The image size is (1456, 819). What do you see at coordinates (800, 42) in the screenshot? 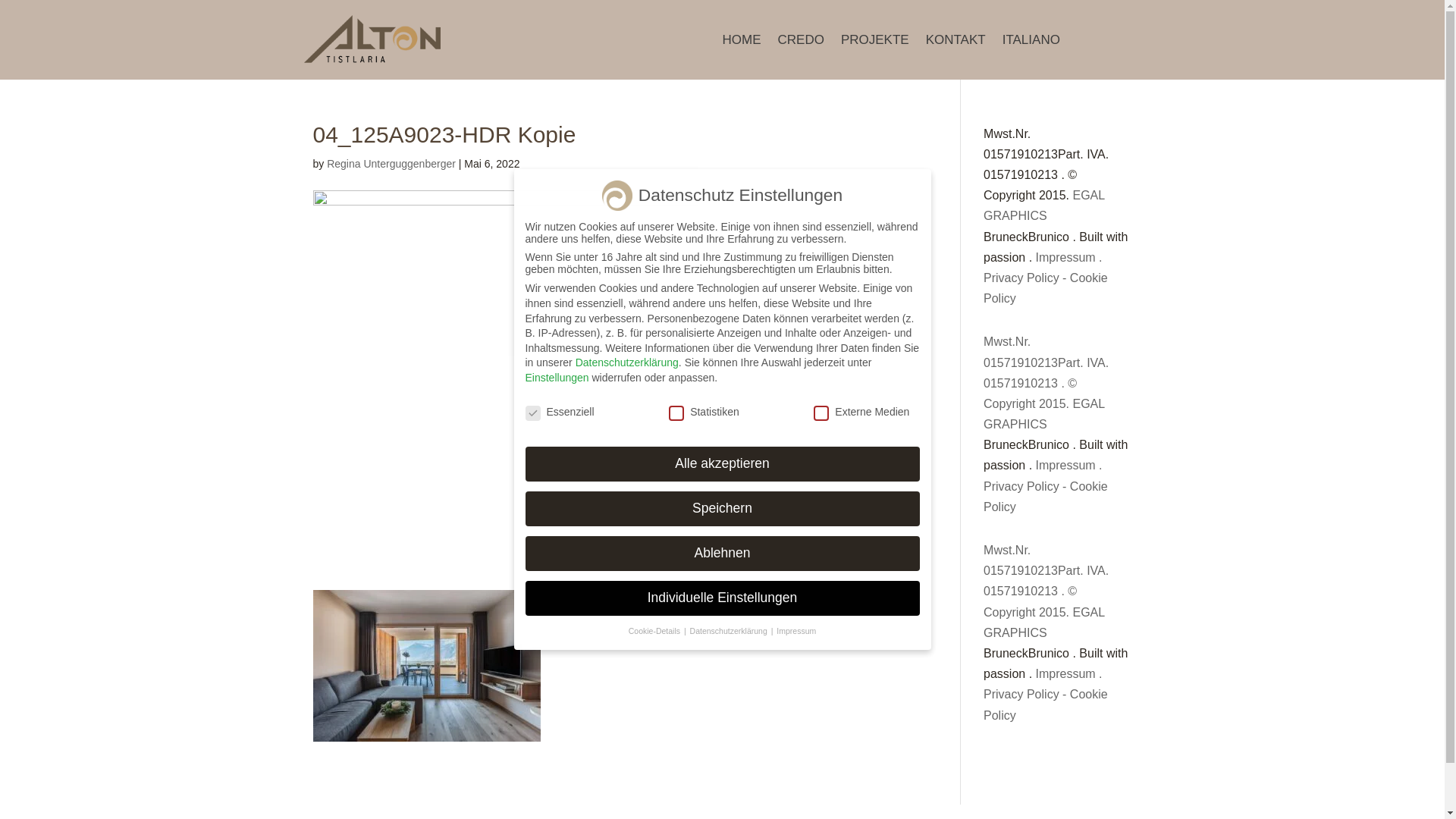
I see `'CREDO'` at bounding box center [800, 42].